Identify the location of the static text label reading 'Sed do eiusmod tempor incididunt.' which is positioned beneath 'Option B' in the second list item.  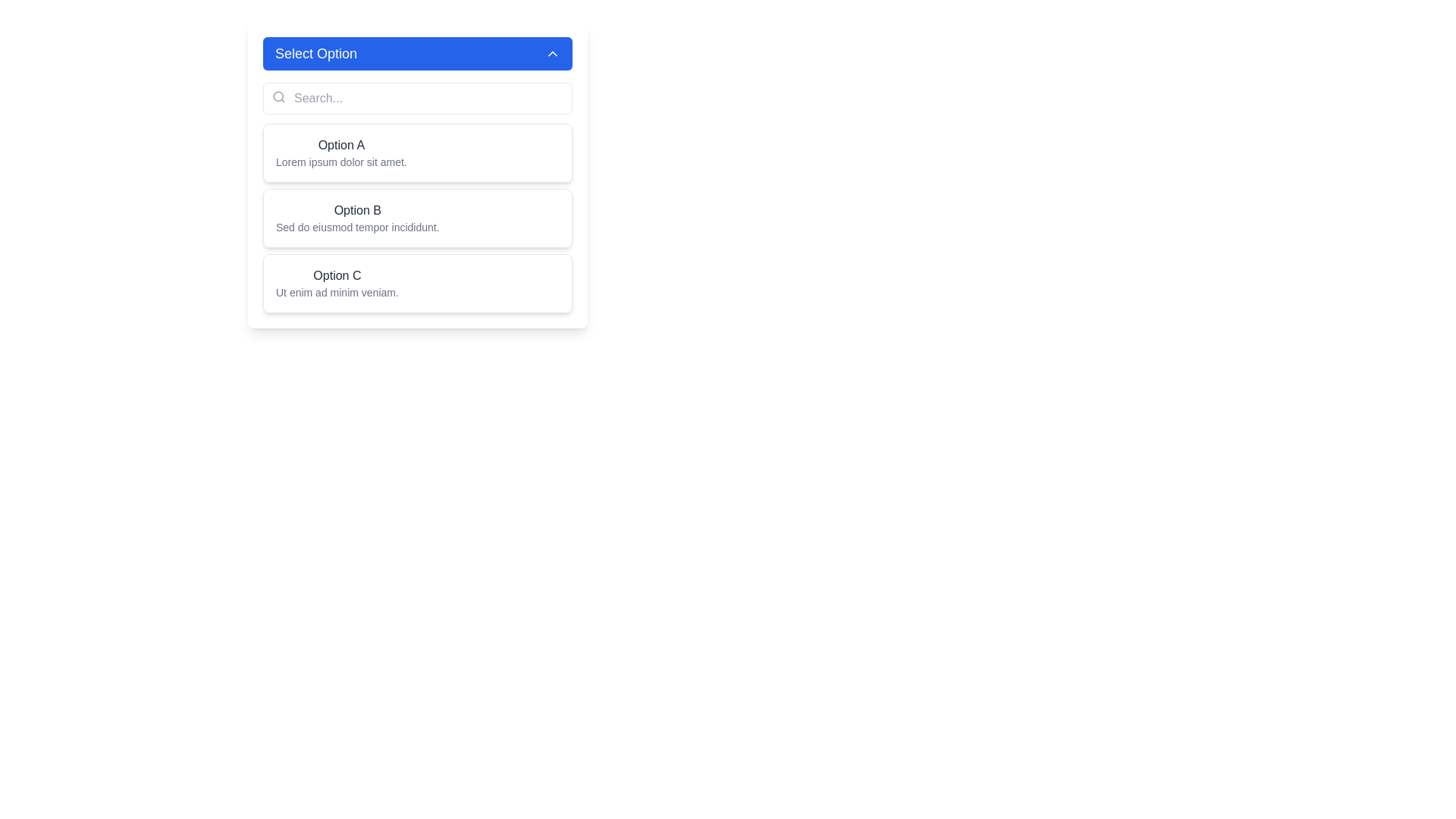
(356, 227).